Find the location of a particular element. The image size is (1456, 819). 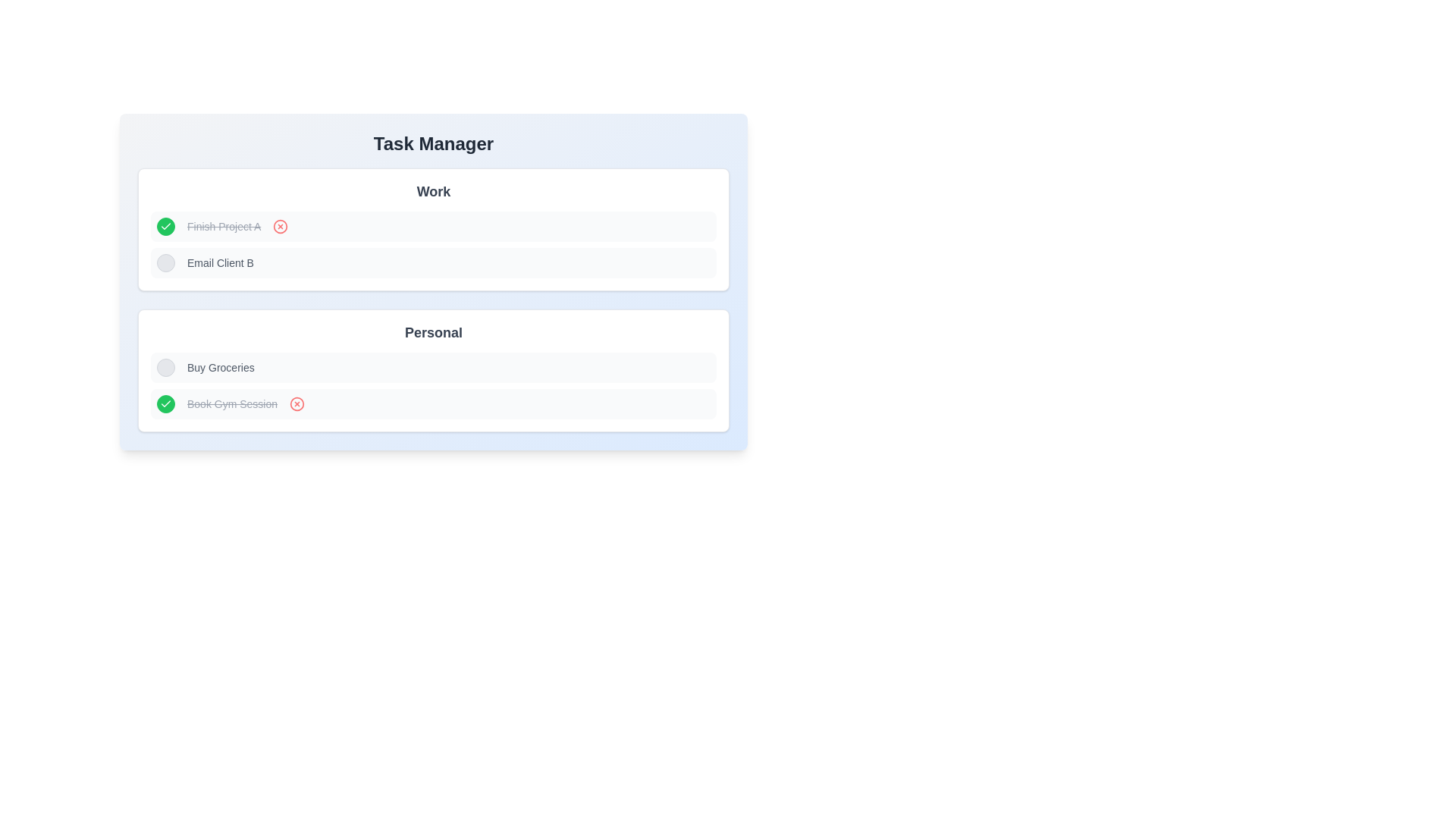

the Heading element at the top of the task manager interface, which serves as the title for the displayed tasks is located at coordinates (432, 143).